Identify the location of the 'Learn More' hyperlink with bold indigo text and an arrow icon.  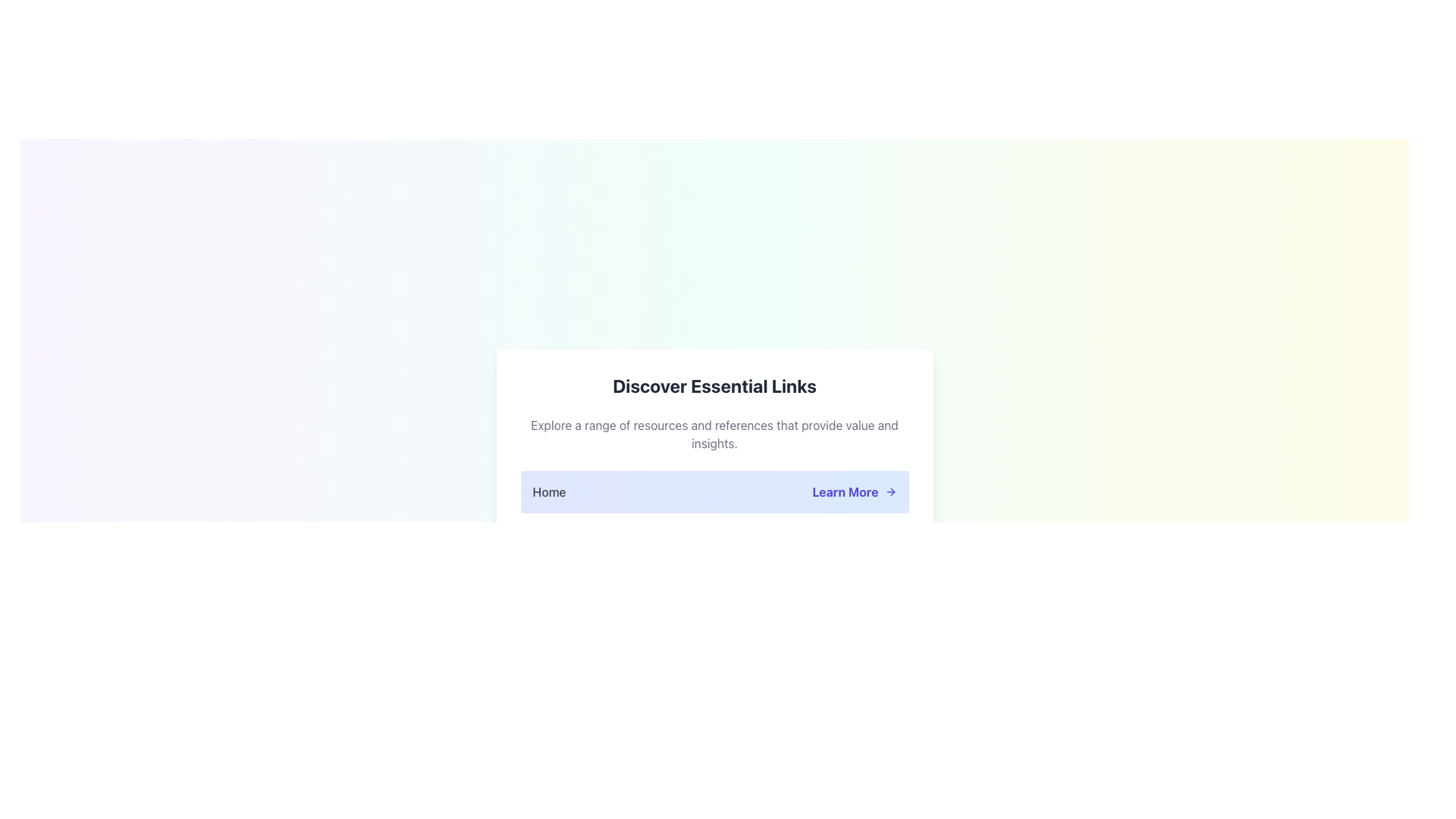
(855, 491).